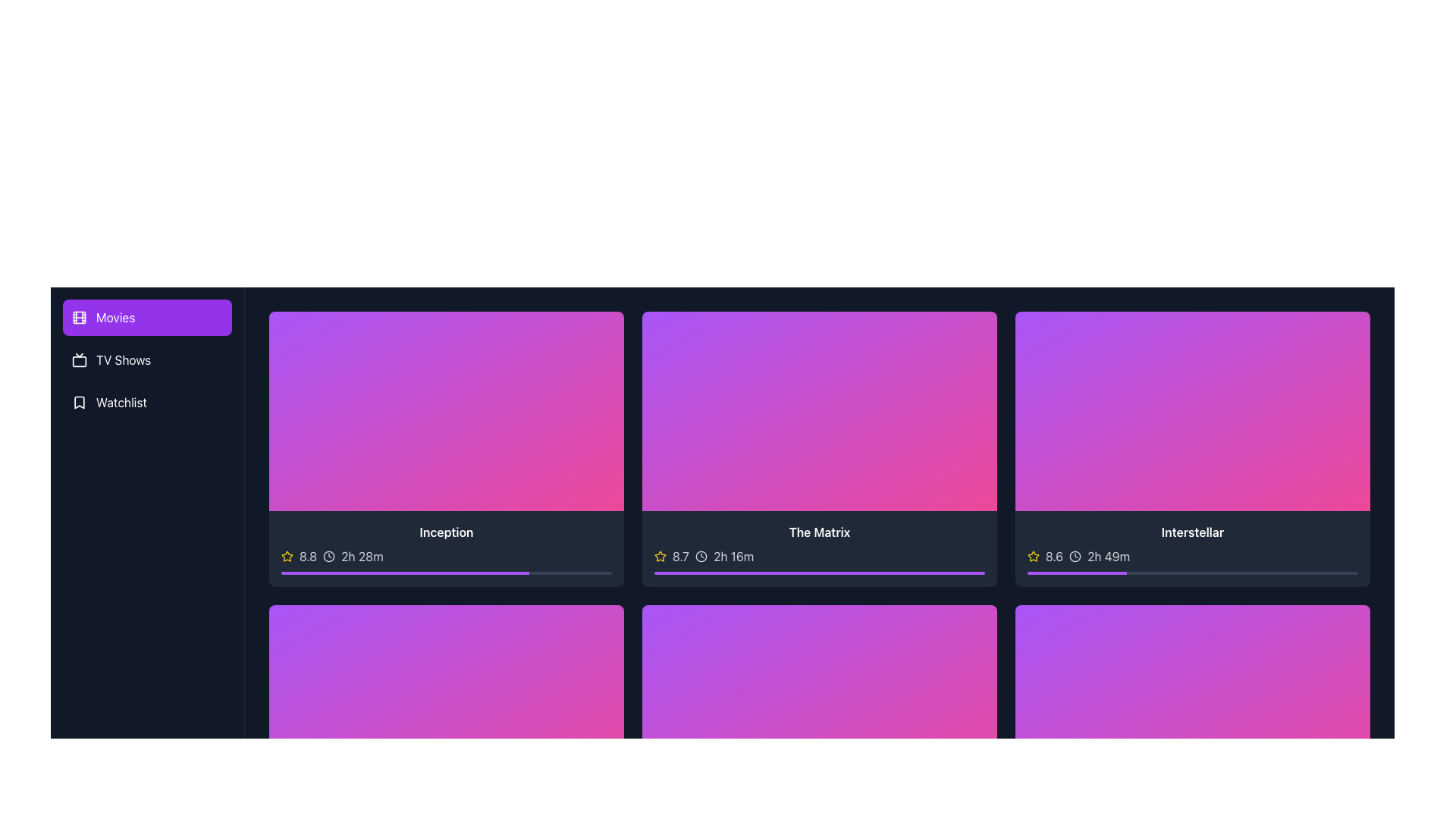  I want to click on the purple progress indicator bar located within the progress bar below the 'Interstellar' movie card, so click(1076, 573).